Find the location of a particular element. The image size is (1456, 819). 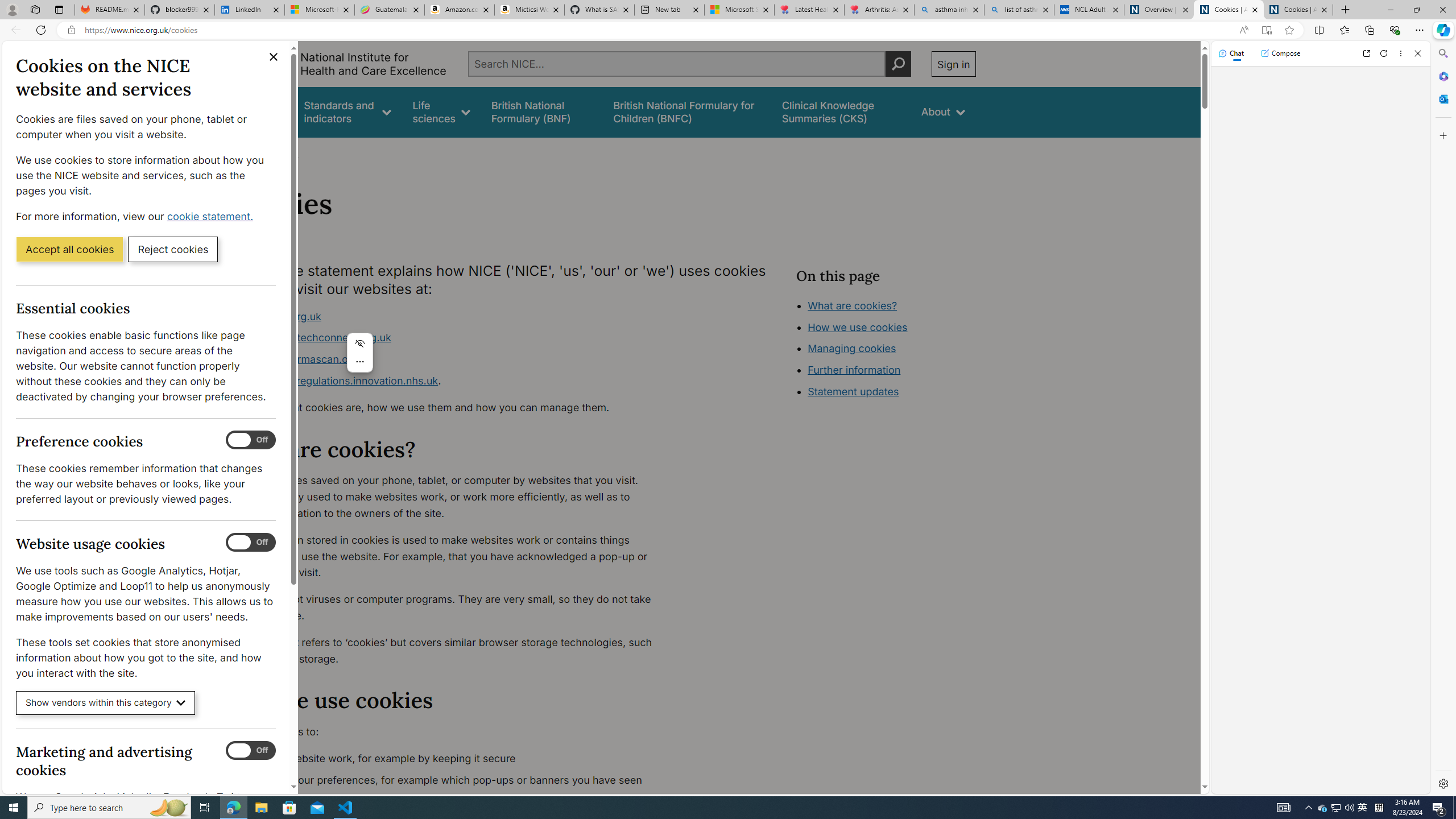

'LinkedIn' is located at coordinates (250, 9).